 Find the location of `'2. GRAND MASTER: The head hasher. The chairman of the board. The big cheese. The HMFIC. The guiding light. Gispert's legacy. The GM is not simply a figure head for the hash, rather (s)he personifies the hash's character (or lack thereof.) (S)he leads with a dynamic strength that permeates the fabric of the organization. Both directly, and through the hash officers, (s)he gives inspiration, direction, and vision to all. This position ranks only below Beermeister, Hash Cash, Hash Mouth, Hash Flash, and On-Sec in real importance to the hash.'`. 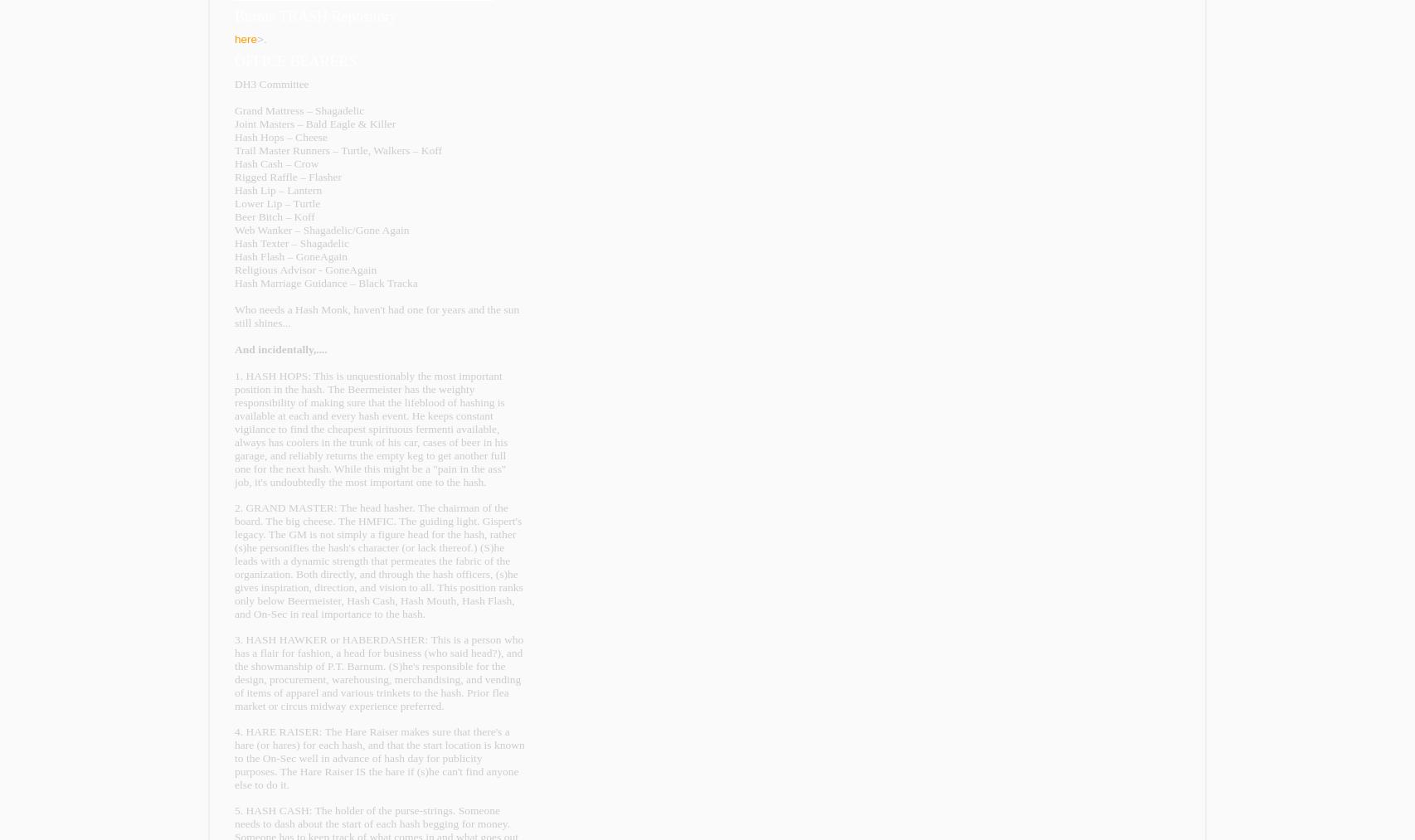

'2. GRAND MASTER: The head hasher. The chairman of the board. The big cheese. The HMFIC. The guiding light. Gispert's legacy. The GM is not simply a figure head for the hash, rather (s)he personifies the hash's character (or lack thereof.) (S)he leads with a dynamic strength that permeates the fabric of the organization. Both directly, and through the hash officers, (s)he gives inspiration, direction, and vision to all. This position ranks only below Beermeister, Hash Cash, Hash Mouth, Hash Flash, and On-Sec in real importance to the hash.' is located at coordinates (377, 560).